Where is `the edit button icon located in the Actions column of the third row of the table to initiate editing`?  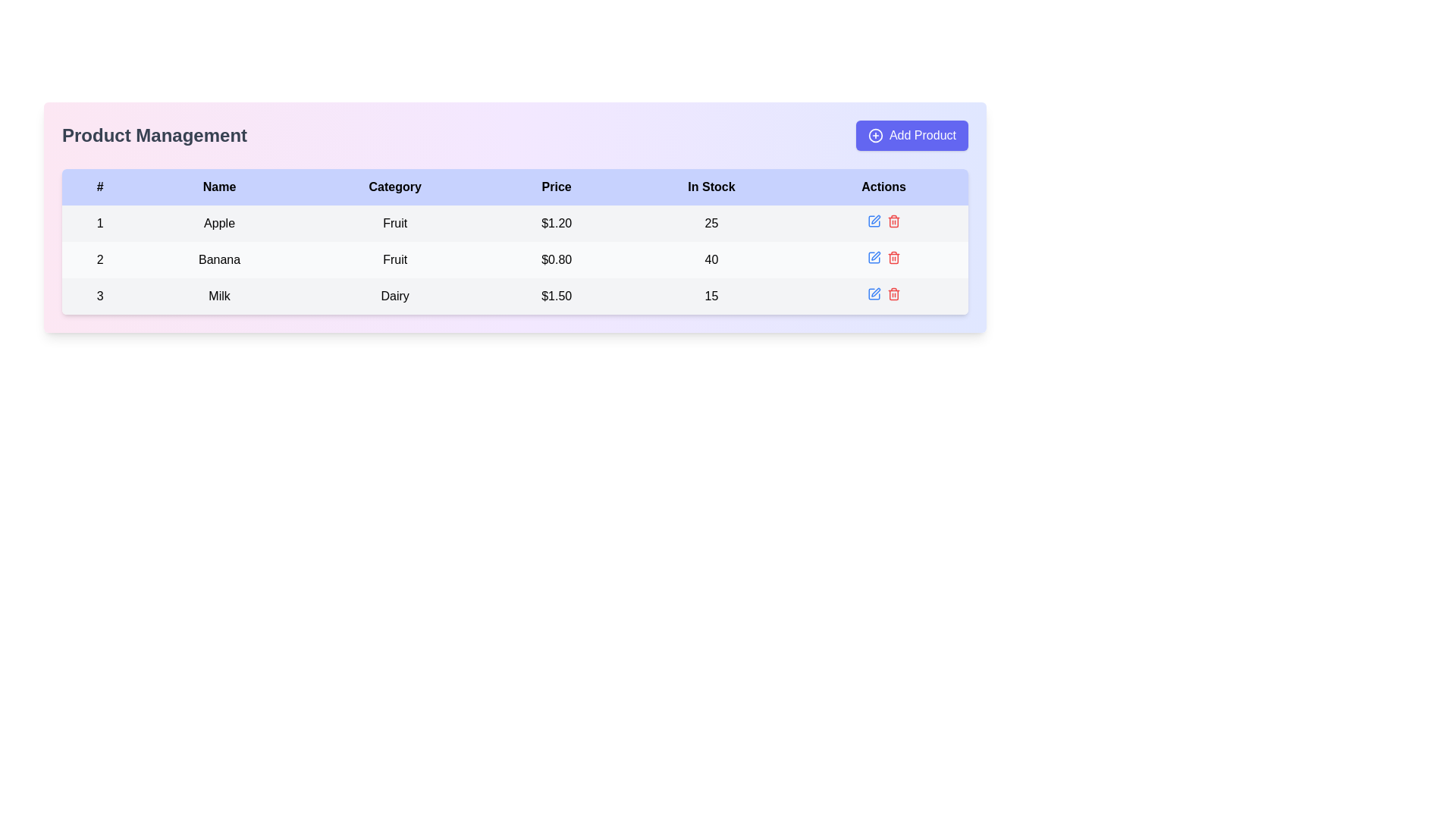
the edit button icon located in the Actions column of the third row of the table to initiate editing is located at coordinates (874, 294).